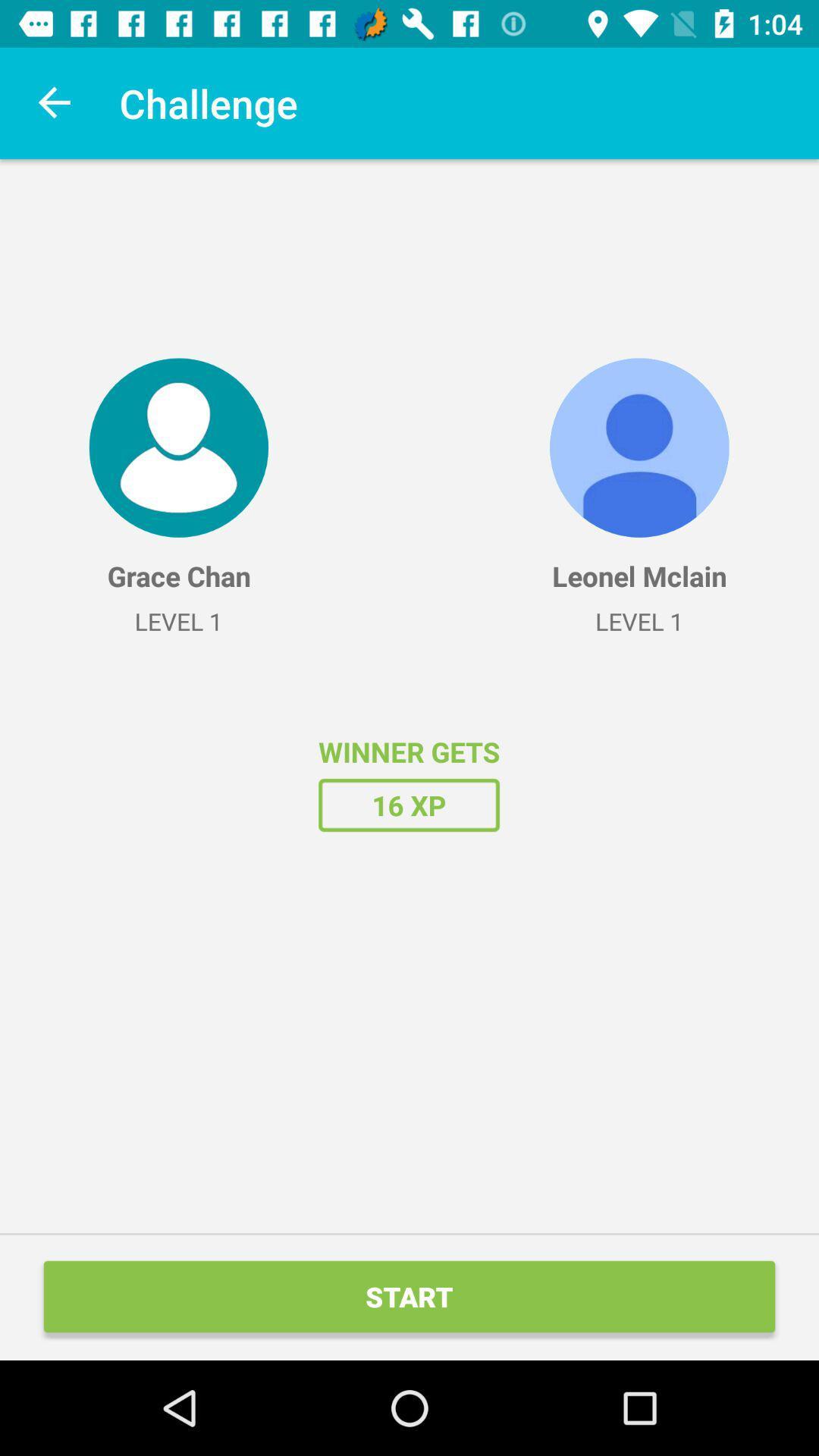 This screenshot has width=819, height=1456. Describe the element at coordinates (639, 447) in the screenshot. I see `the item at the top right corner` at that location.